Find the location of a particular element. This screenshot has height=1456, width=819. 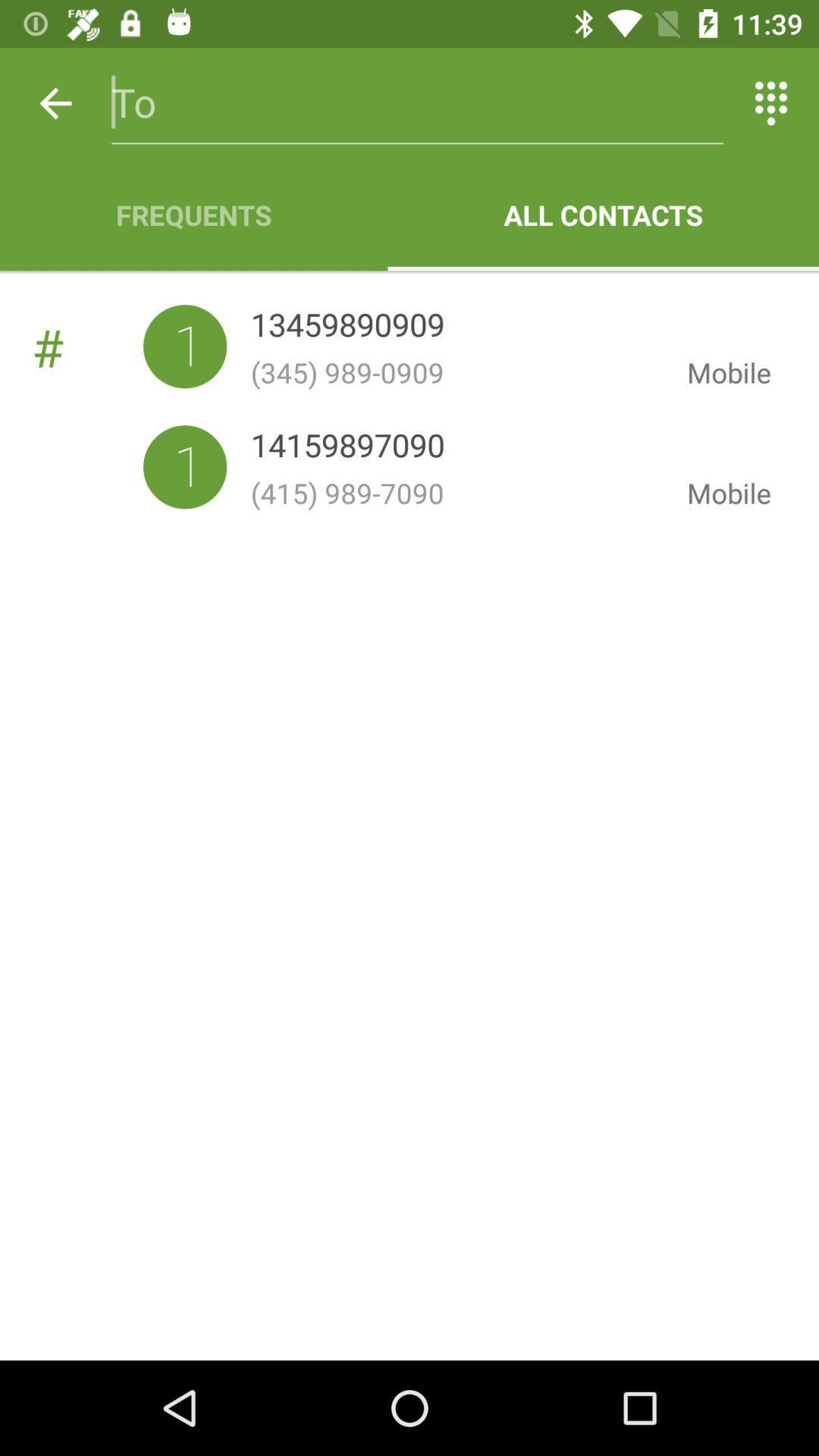

the app next to all contacts app is located at coordinates (193, 214).